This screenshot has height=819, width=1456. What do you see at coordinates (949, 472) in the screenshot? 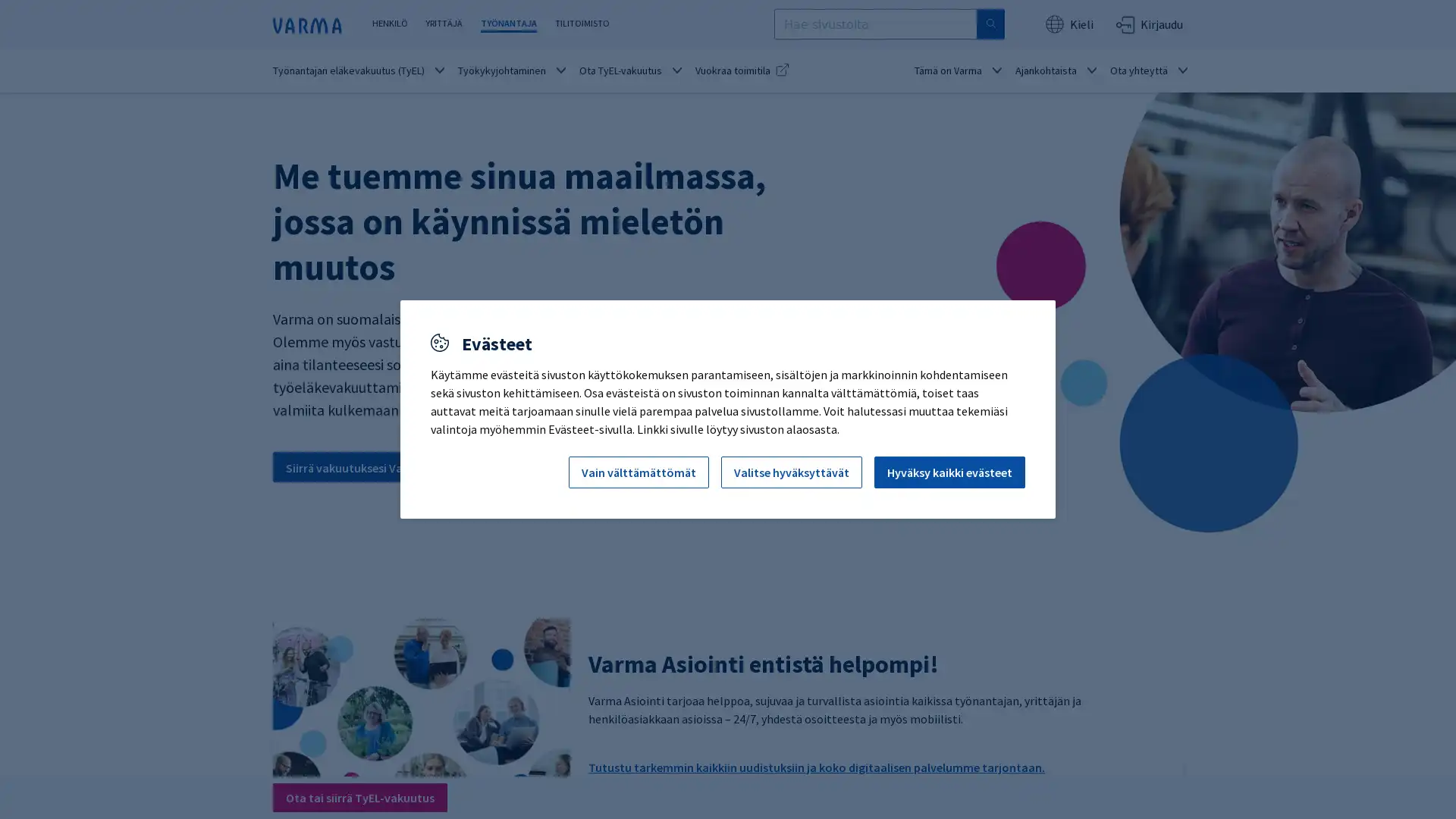
I see `Hyvaksy kaikki evasteet` at bounding box center [949, 472].